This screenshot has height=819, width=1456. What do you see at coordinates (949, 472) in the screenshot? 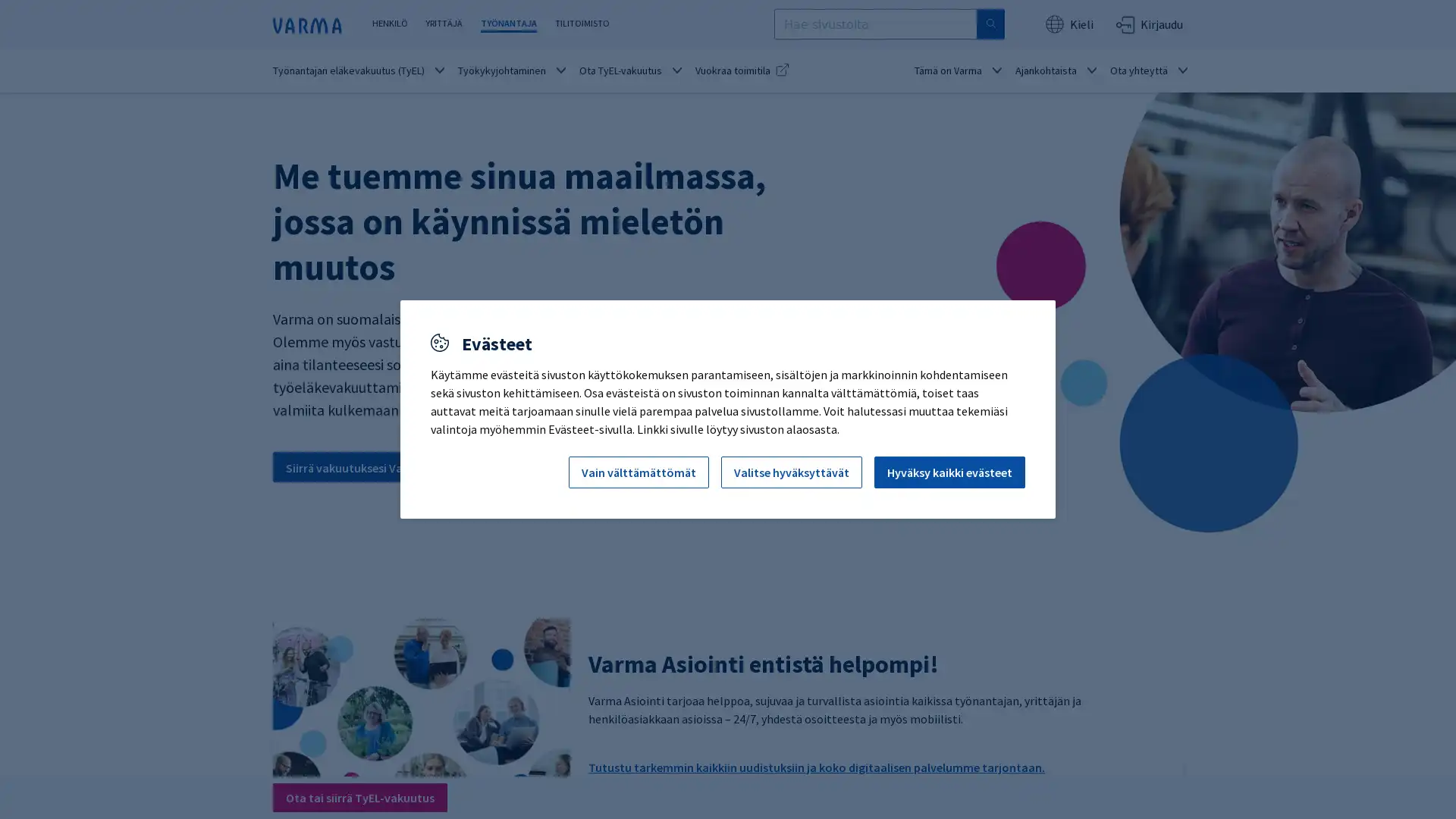
I see `Hyvaksy kaikki evasteet` at bounding box center [949, 472].